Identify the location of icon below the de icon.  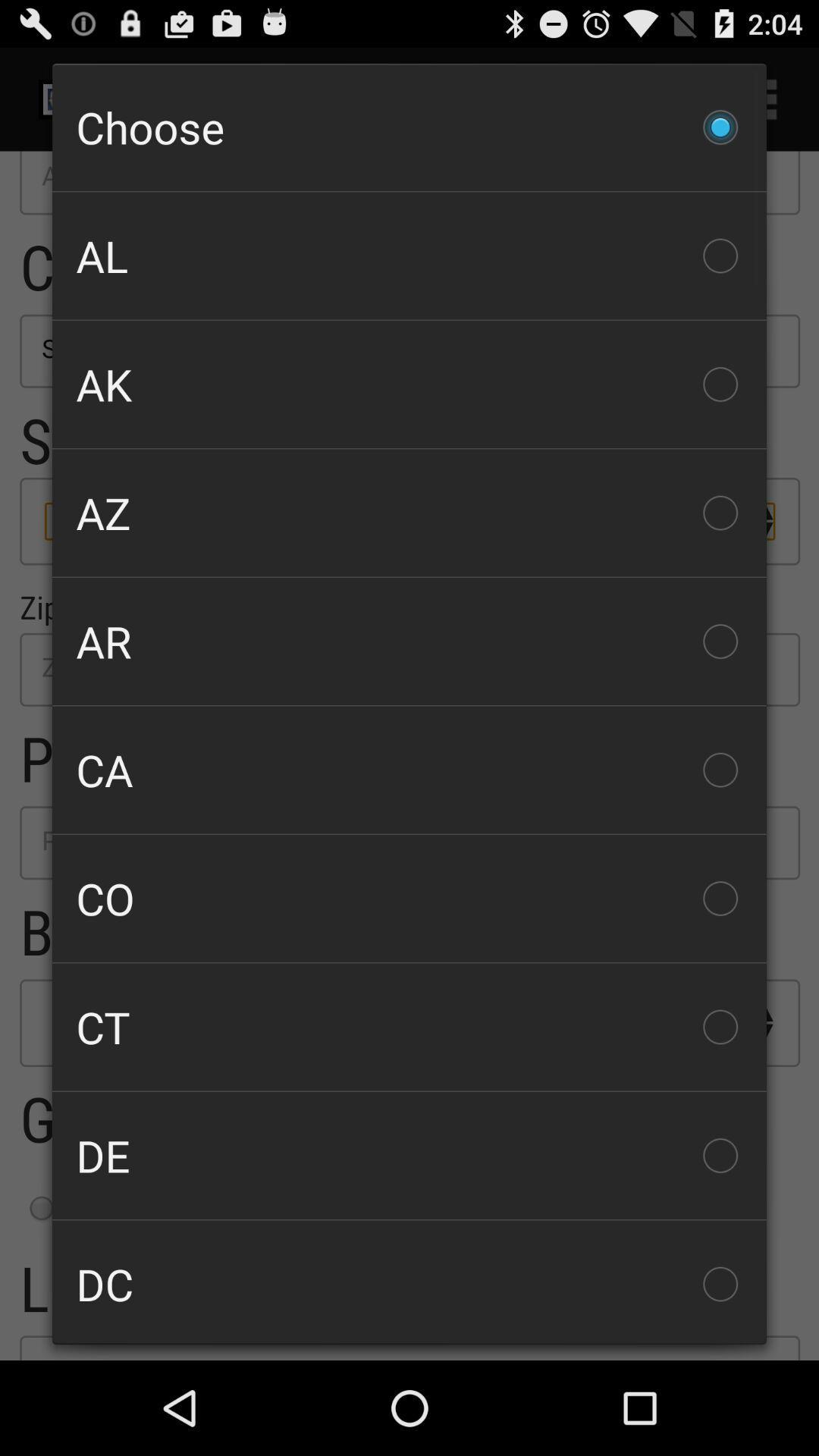
(409, 1282).